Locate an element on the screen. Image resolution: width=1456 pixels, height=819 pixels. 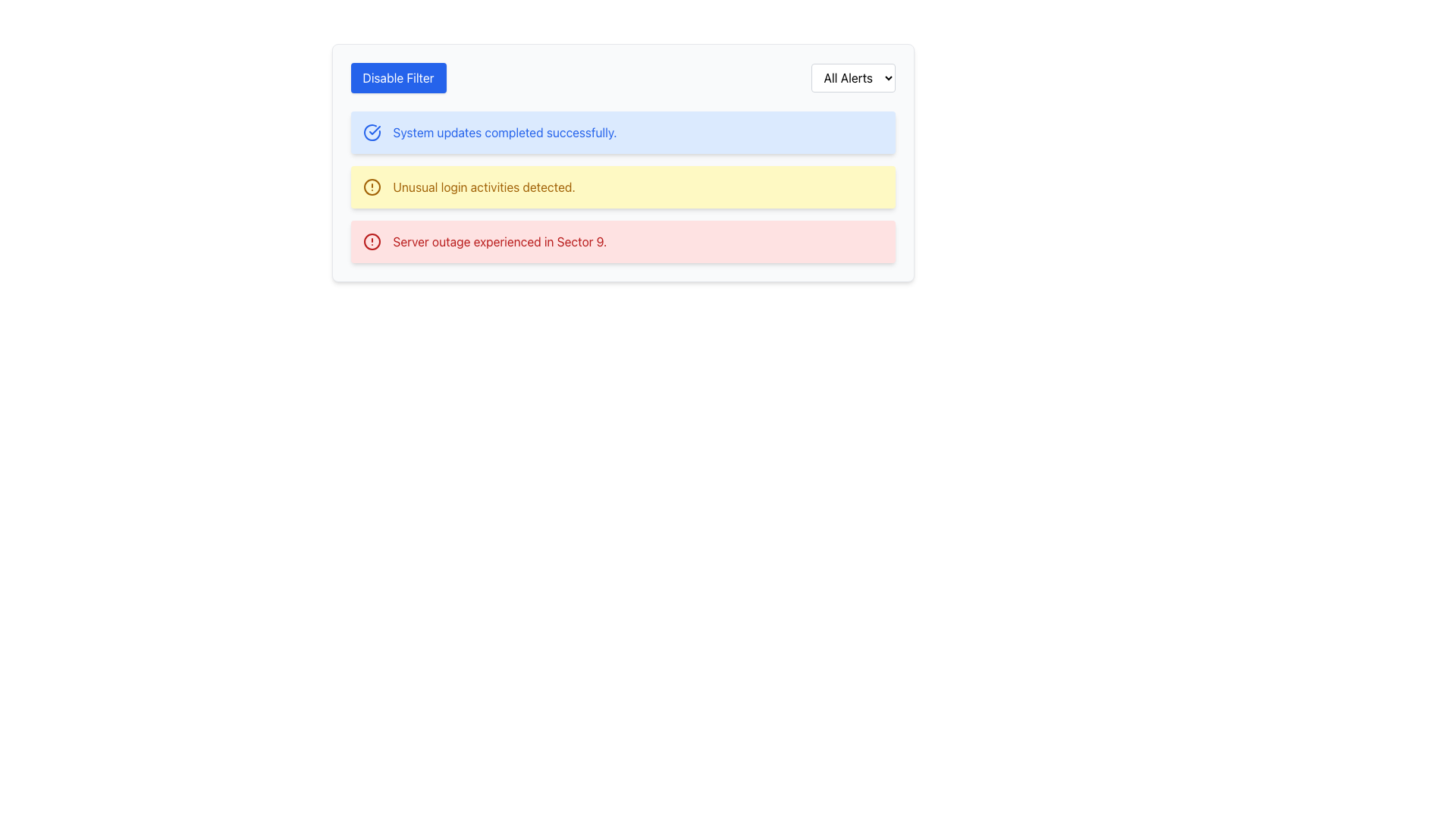
the Notification Card that alerts users about unusual login activities, which is the second notification in a vertical list between a blue and a red notification is located at coordinates (623, 163).